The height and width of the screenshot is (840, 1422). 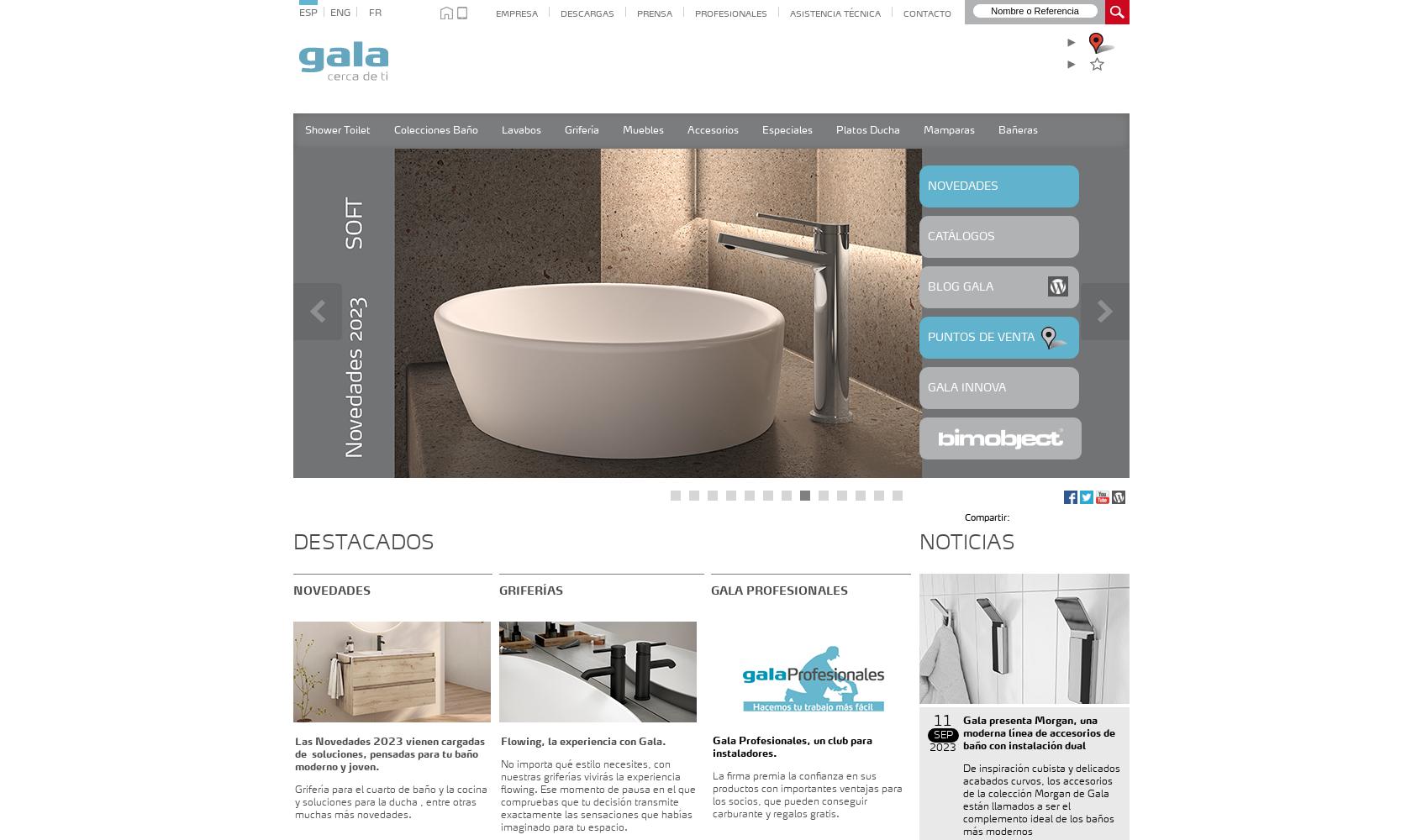 What do you see at coordinates (434, 131) in the screenshot?
I see `'Colecciones Baño'` at bounding box center [434, 131].